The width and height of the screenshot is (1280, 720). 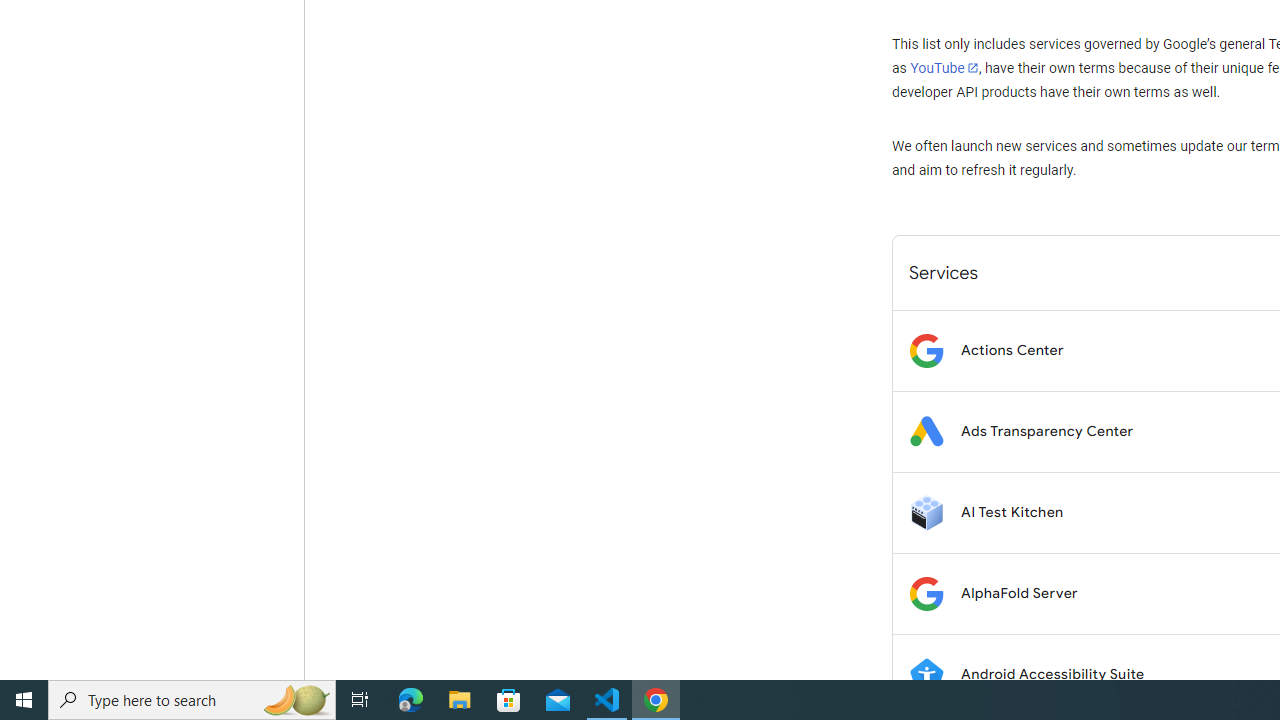 What do you see at coordinates (925, 592) in the screenshot?
I see `'Logo for AlphaFold Server'` at bounding box center [925, 592].